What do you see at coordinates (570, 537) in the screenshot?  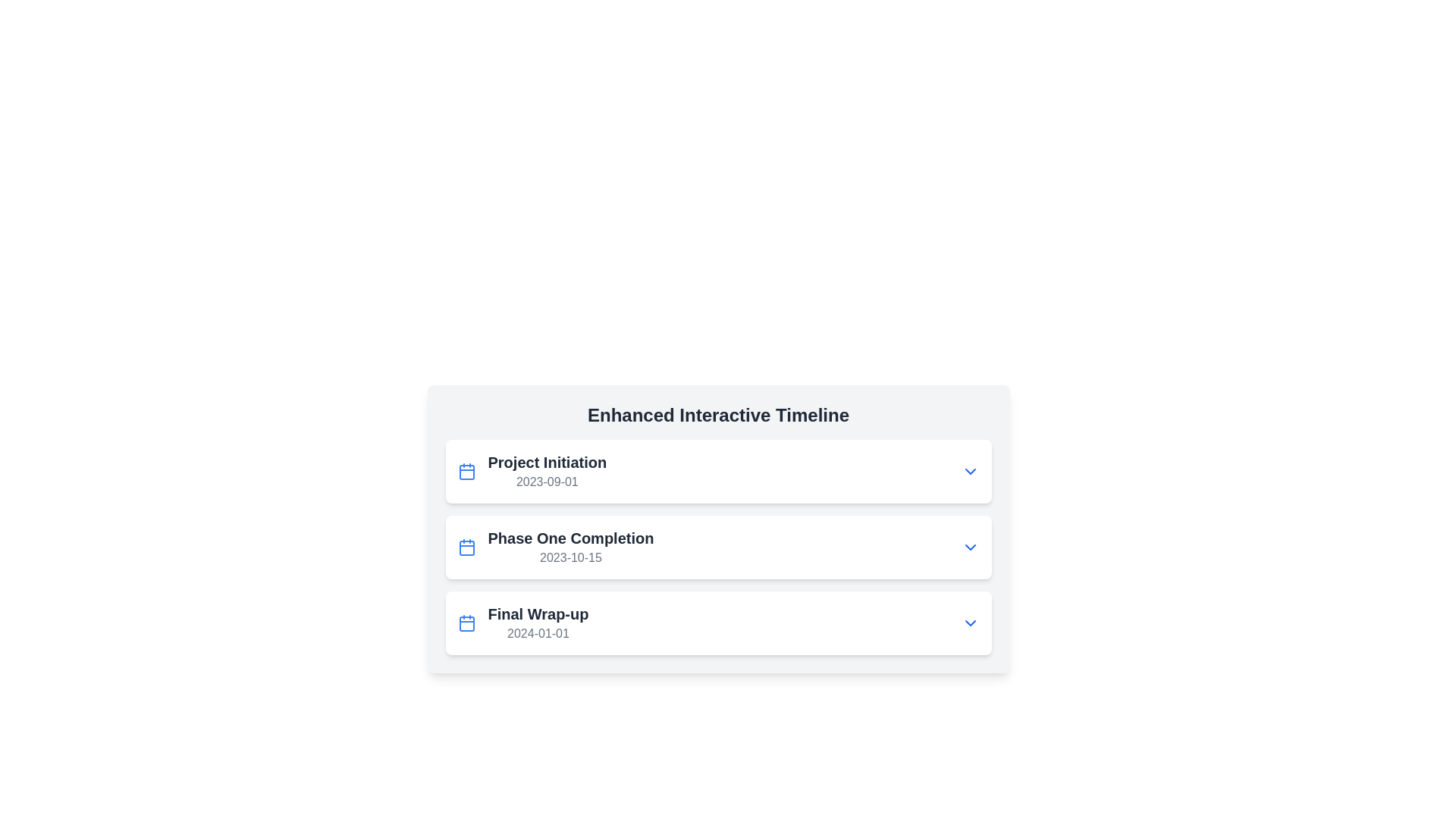 I see `the text label indicating the phase of completion in the Enhanced Interactive Timeline, which is located between 'Project Initiation' and the date label '2023-10-15'` at bounding box center [570, 537].